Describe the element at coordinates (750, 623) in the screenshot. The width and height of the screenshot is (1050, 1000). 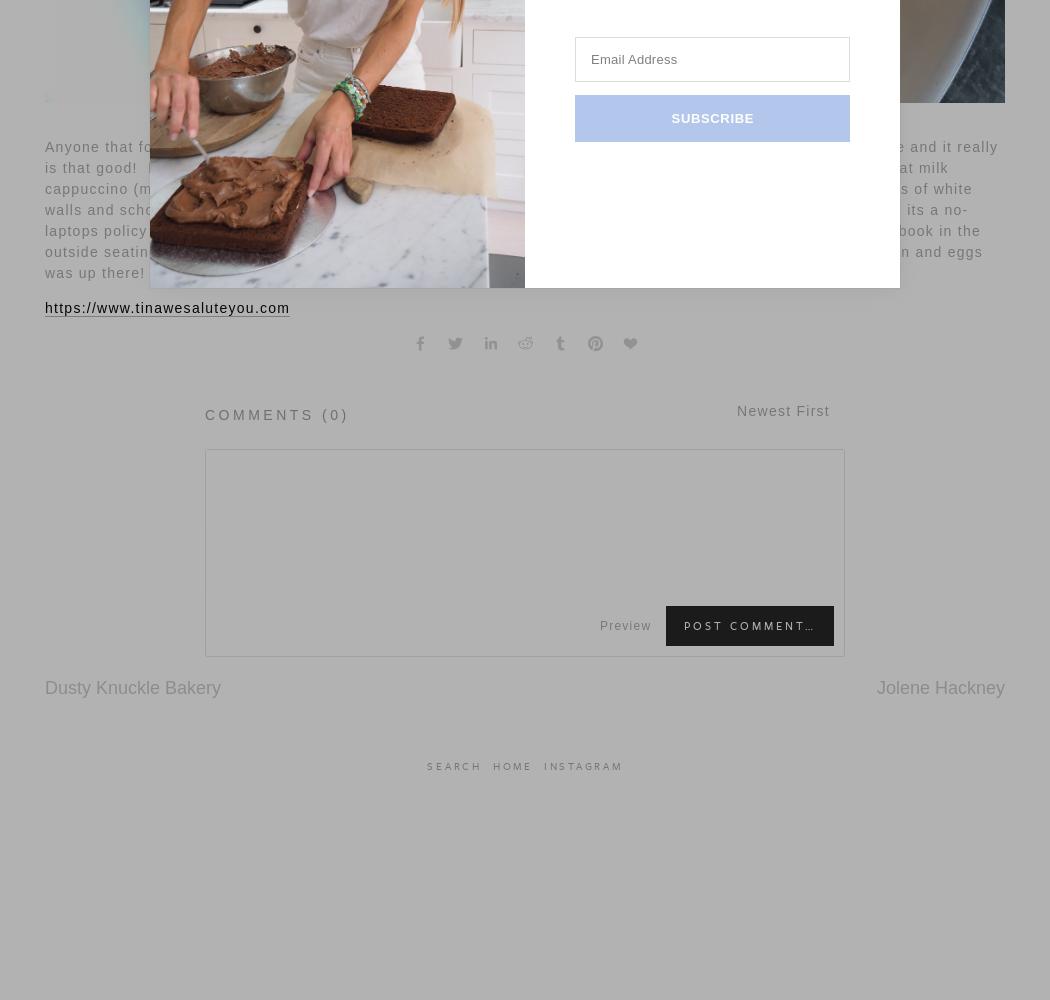
I see `'Post Comment…'` at that location.